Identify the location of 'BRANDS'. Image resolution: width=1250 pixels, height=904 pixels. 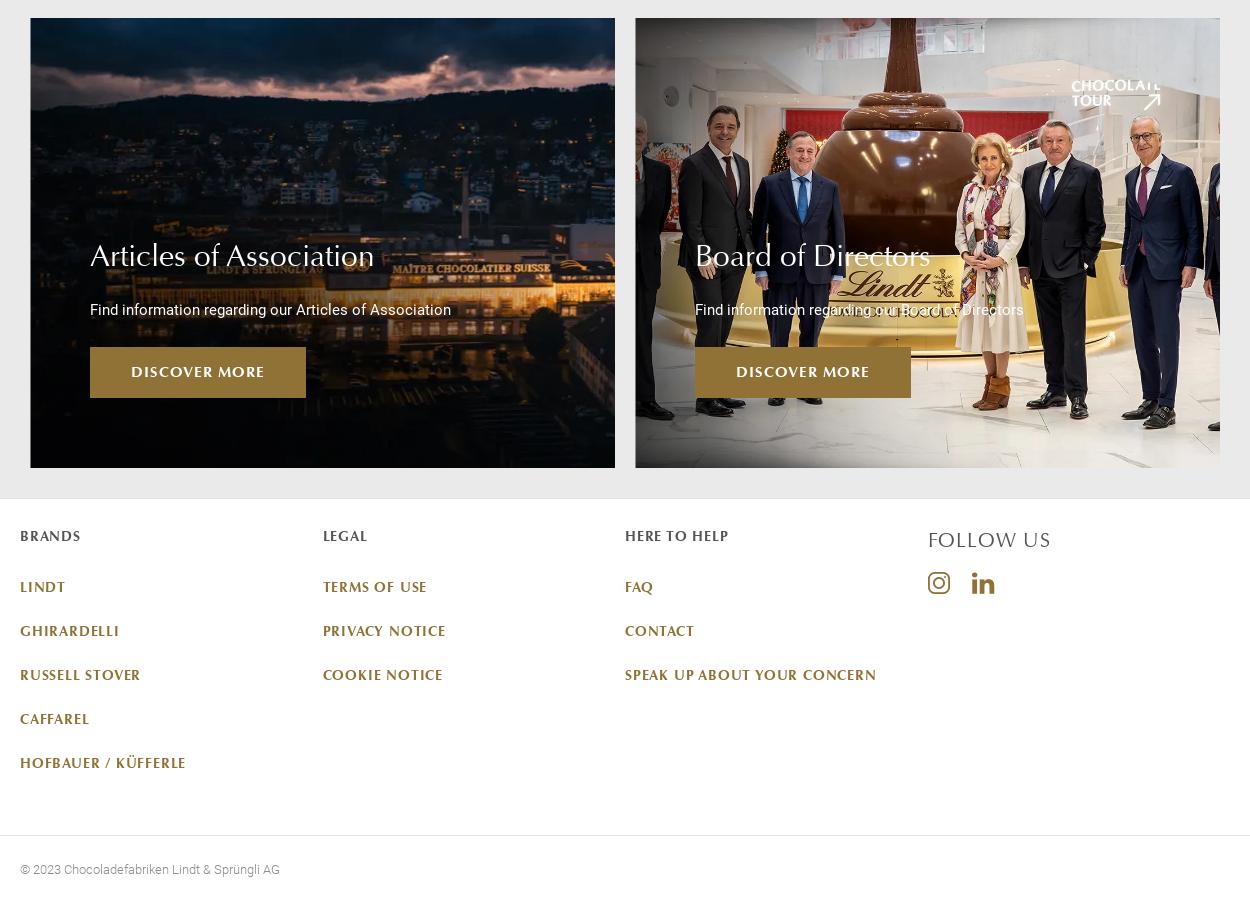
(50, 535).